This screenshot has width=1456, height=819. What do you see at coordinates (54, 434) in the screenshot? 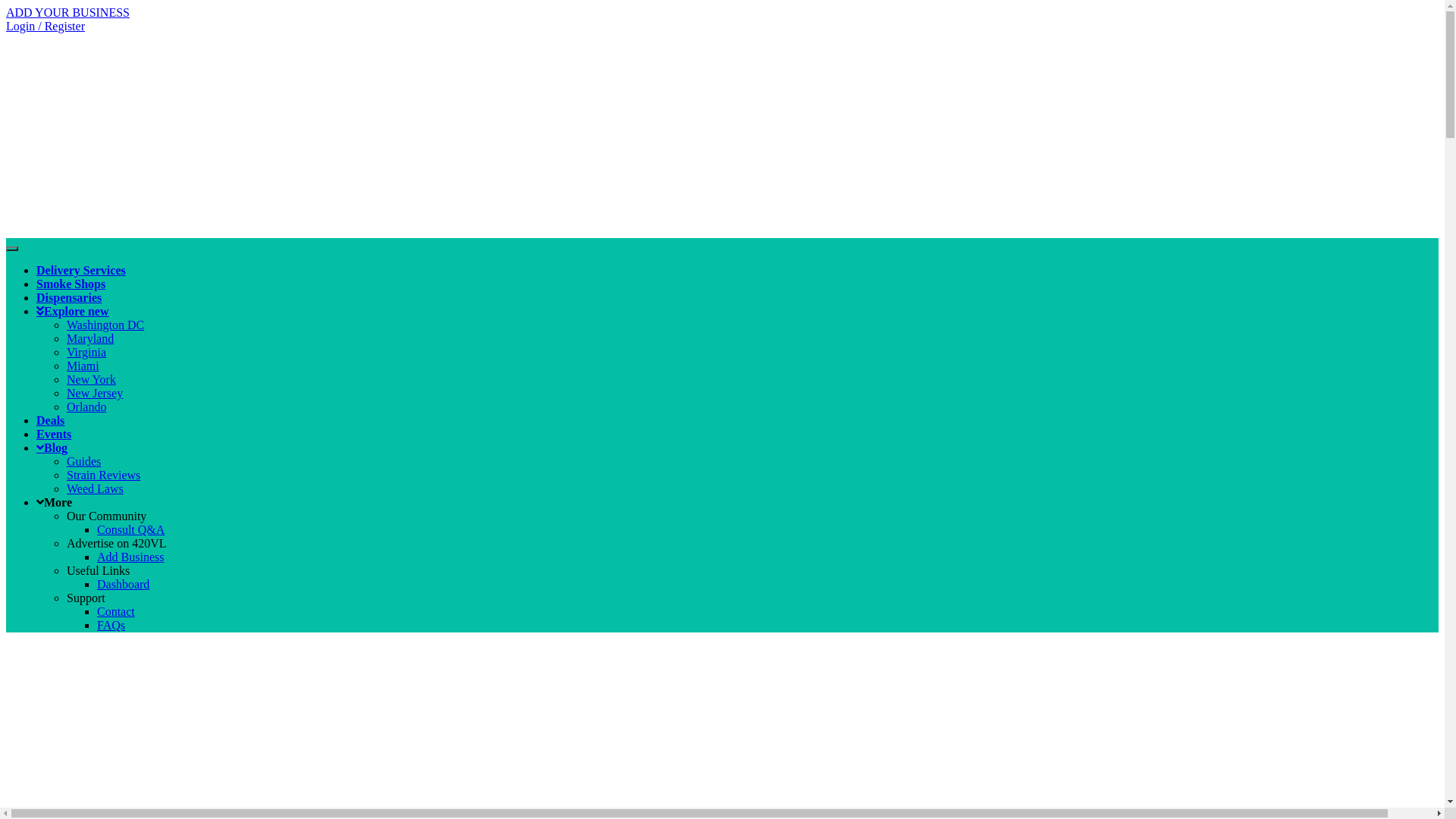
I see `'Events'` at bounding box center [54, 434].